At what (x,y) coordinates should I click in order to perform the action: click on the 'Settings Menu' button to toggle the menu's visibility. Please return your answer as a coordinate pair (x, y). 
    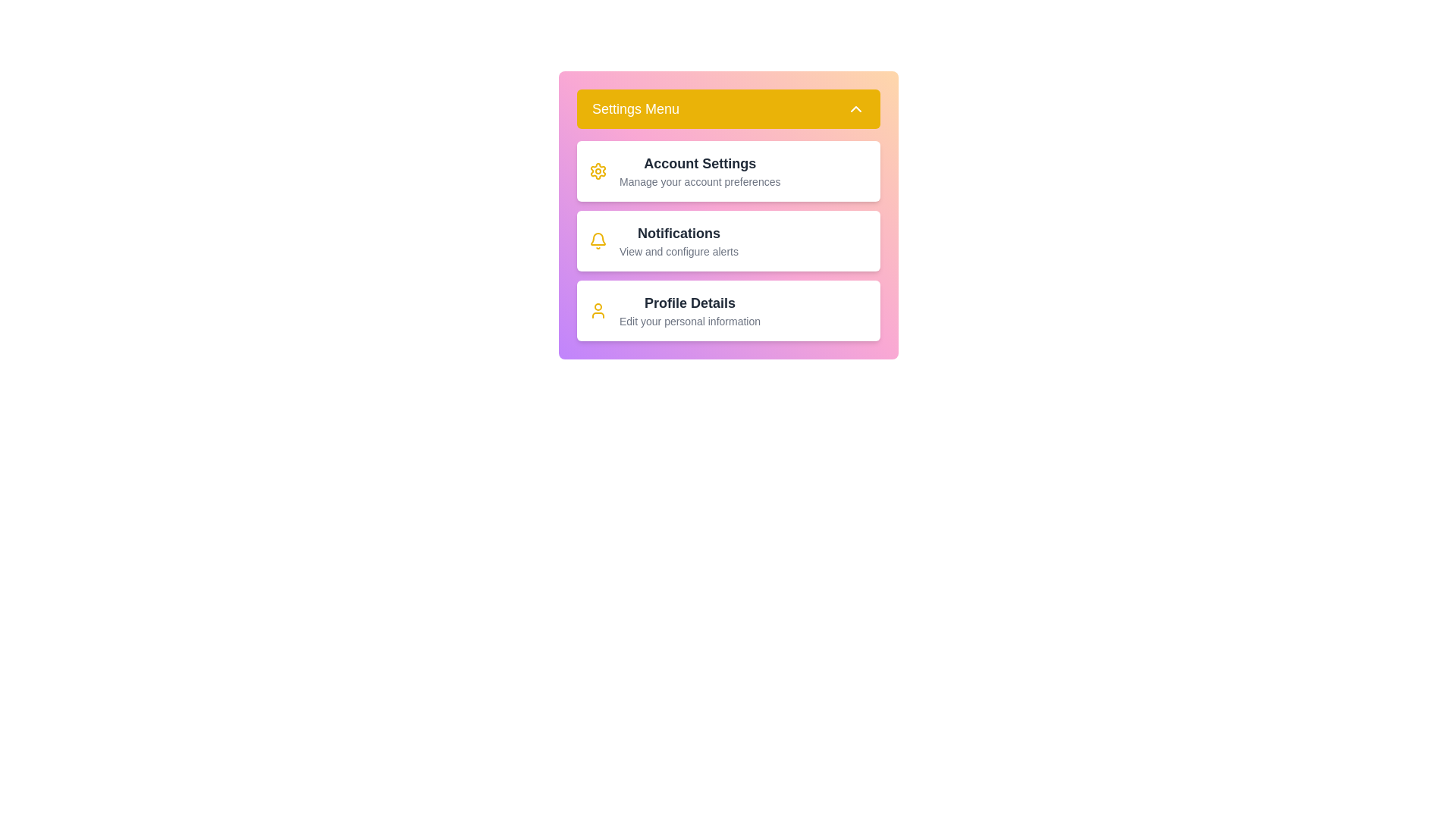
    Looking at the image, I should click on (728, 108).